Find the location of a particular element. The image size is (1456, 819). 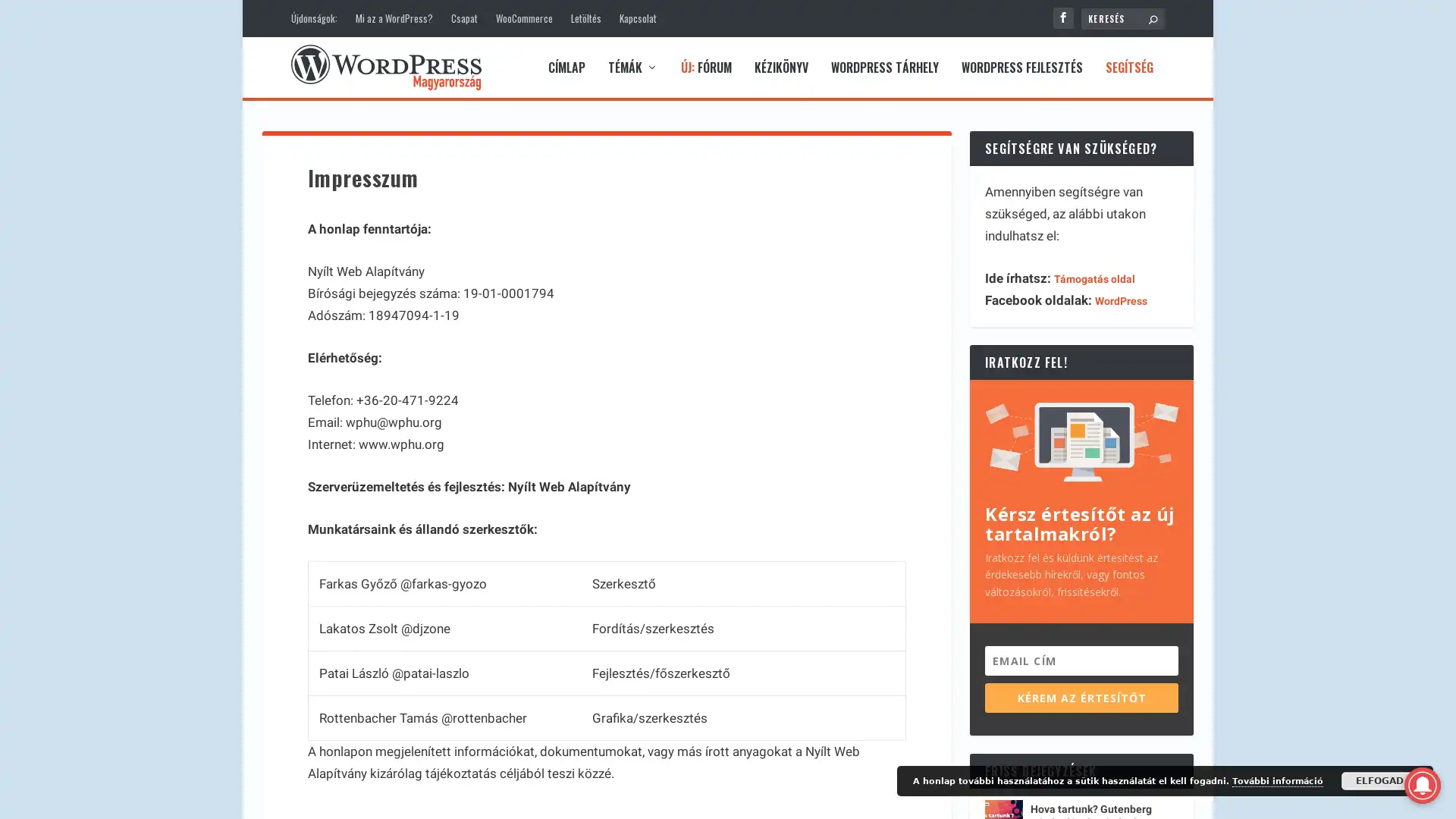

ELFOGAD is located at coordinates (1379, 780).